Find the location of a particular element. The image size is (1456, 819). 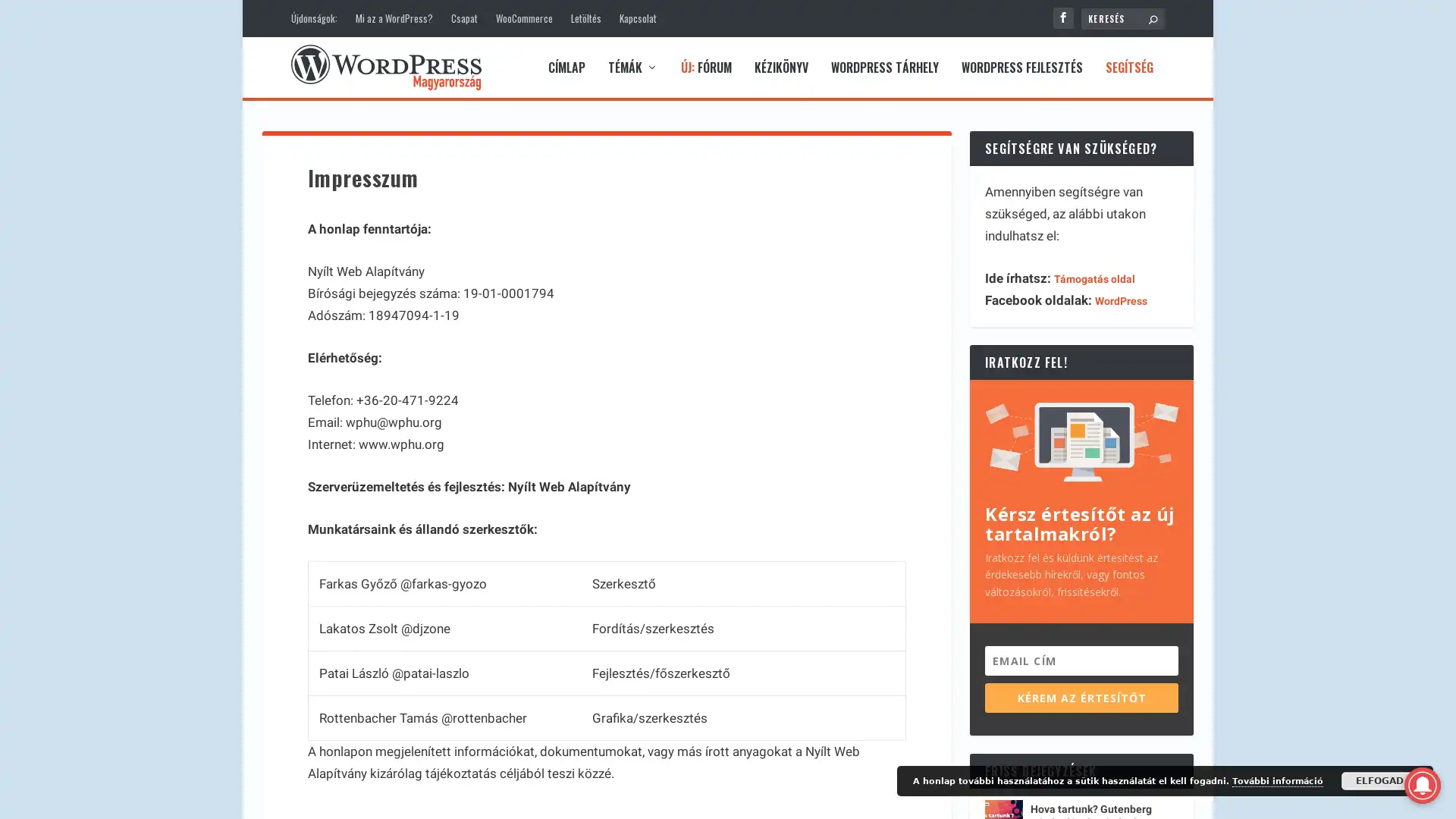

ELFOGAD is located at coordinates (1379, 780).